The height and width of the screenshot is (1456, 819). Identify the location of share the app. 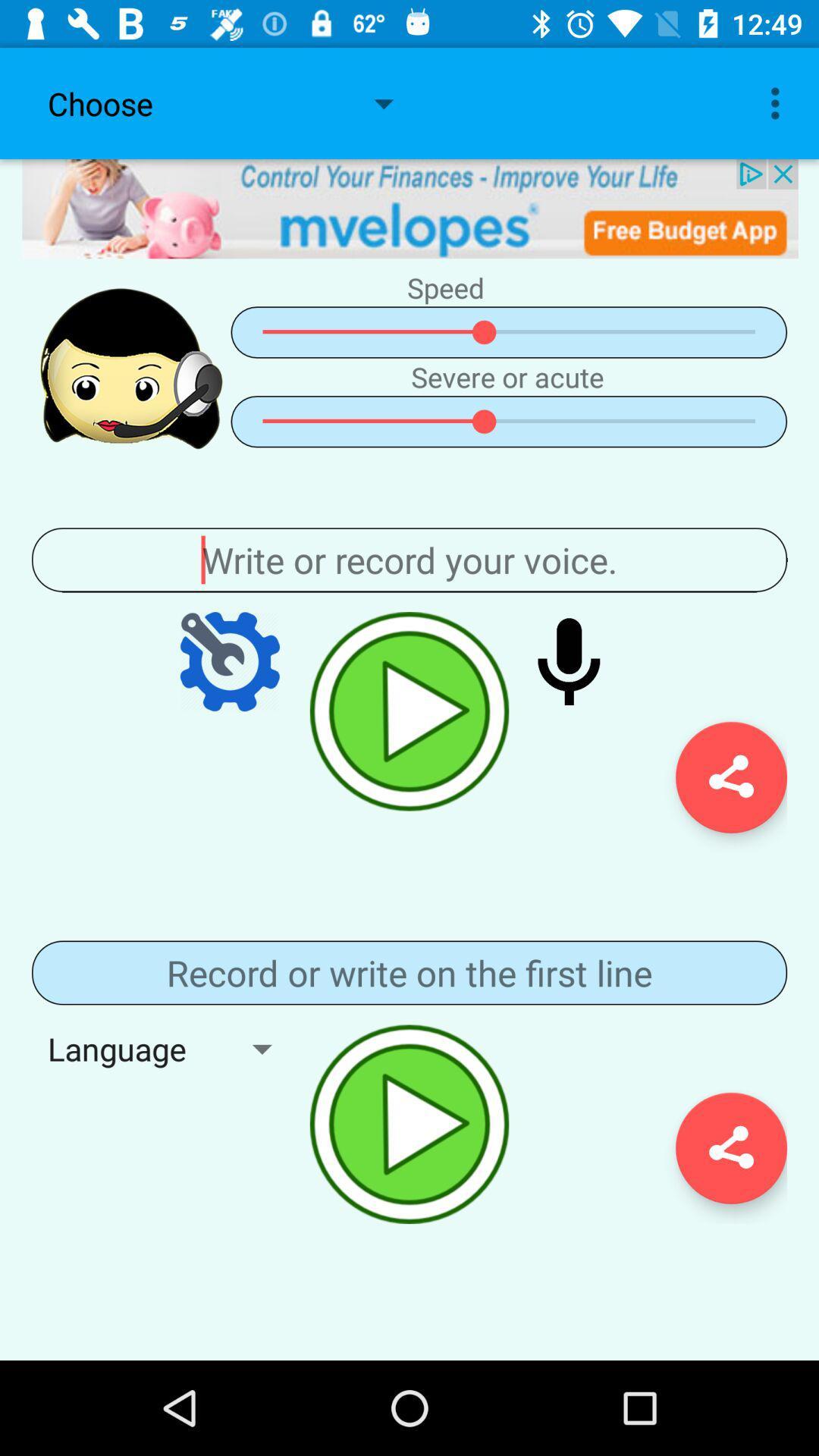
(730, 1148).